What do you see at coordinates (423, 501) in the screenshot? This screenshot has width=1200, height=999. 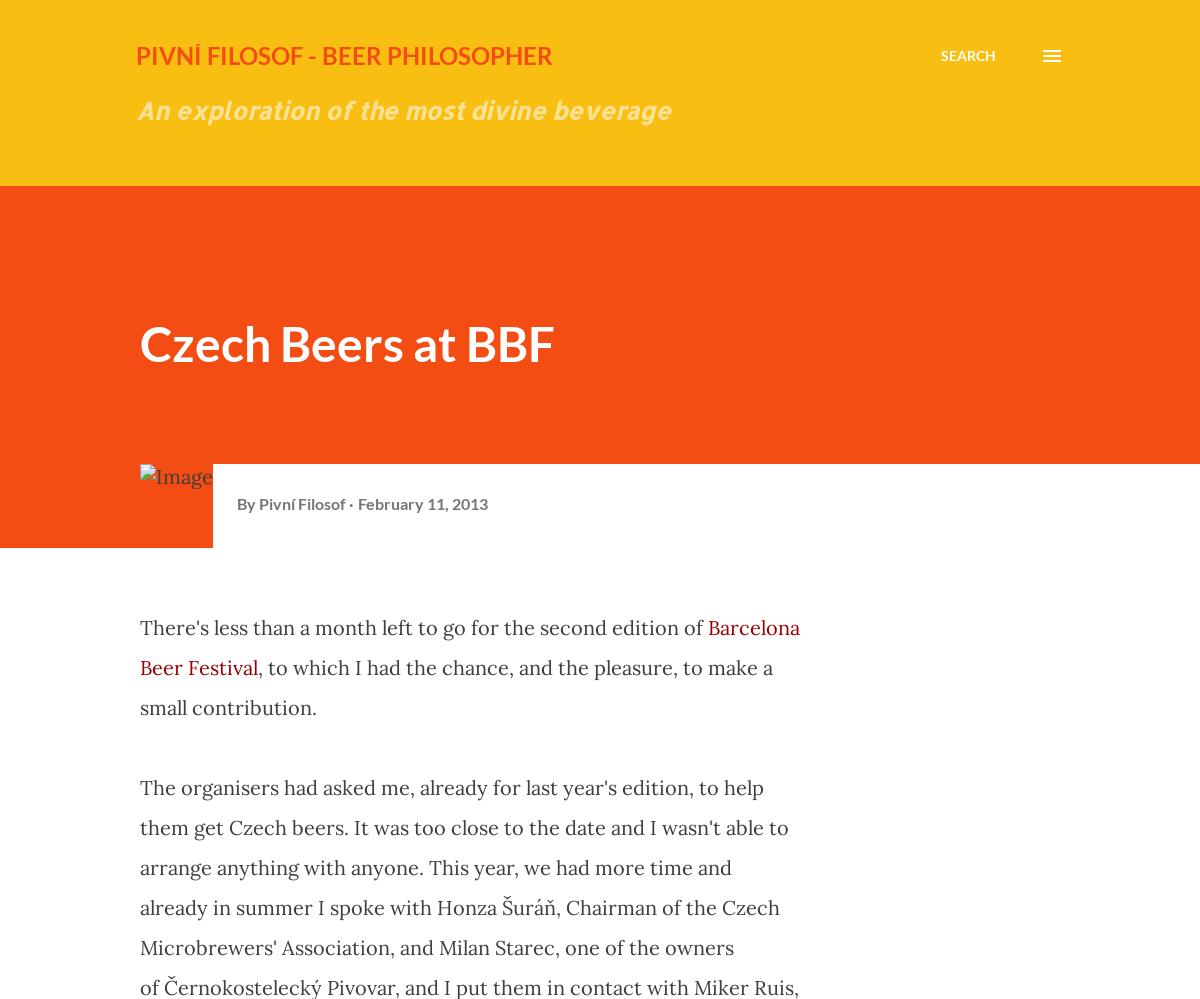 I see `'February 11, 2013'` at bounding box center [423, 501].